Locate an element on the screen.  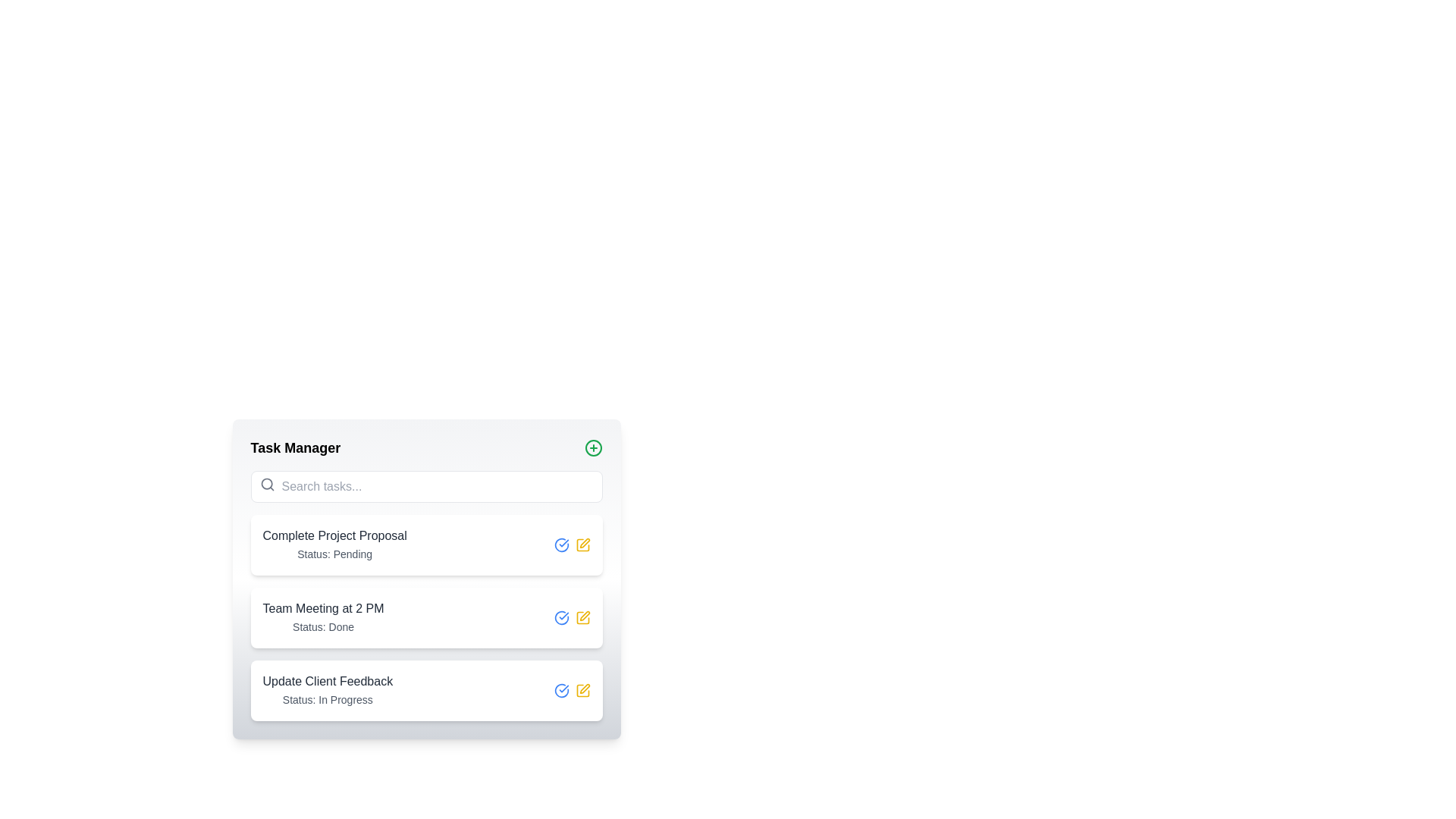
the Search icon located inside the input field at the top of the main content area, next to the text placeholder 'Search tasks...' is located at coordinates (267, 485).